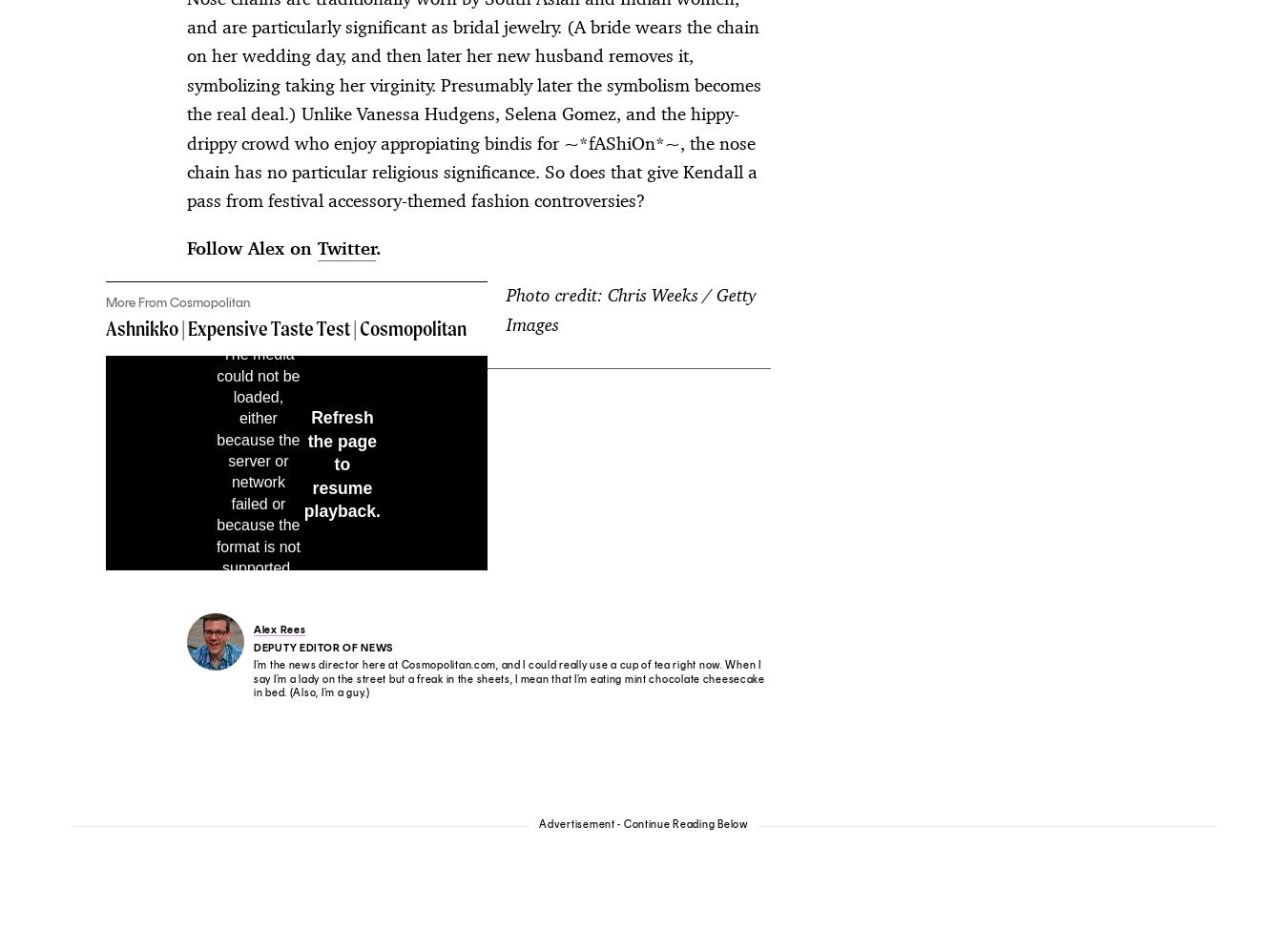  Describe the element at coordinates (110, 884) in the screenshot. I see `'Privacy Notice'` at that location.